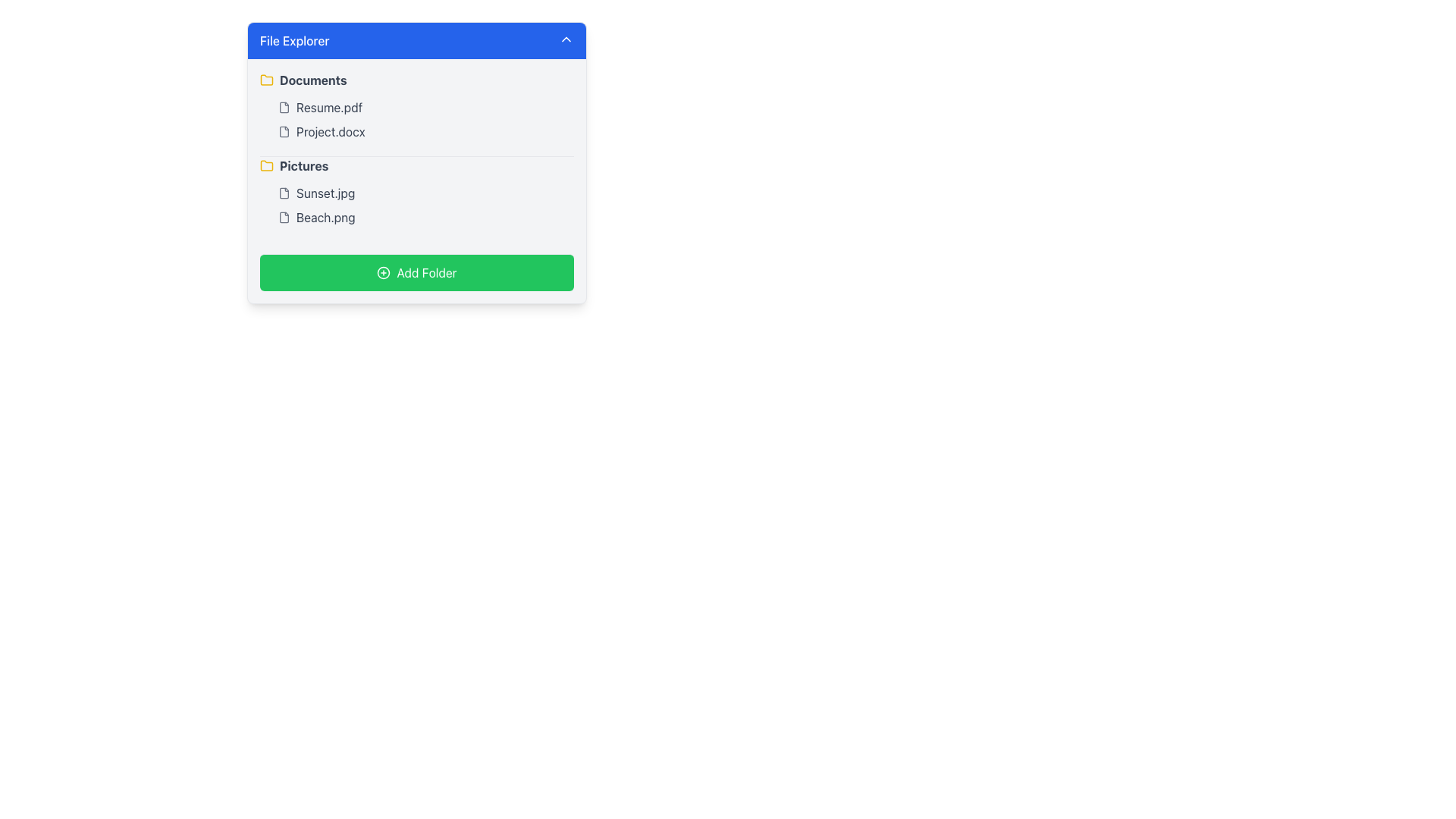 The height and width of the screenshot is (819, 1456). Describe the element at coordinates (417, 113) in the screenshot. I see `the 'Documents' section in the File Explorer` at that location.